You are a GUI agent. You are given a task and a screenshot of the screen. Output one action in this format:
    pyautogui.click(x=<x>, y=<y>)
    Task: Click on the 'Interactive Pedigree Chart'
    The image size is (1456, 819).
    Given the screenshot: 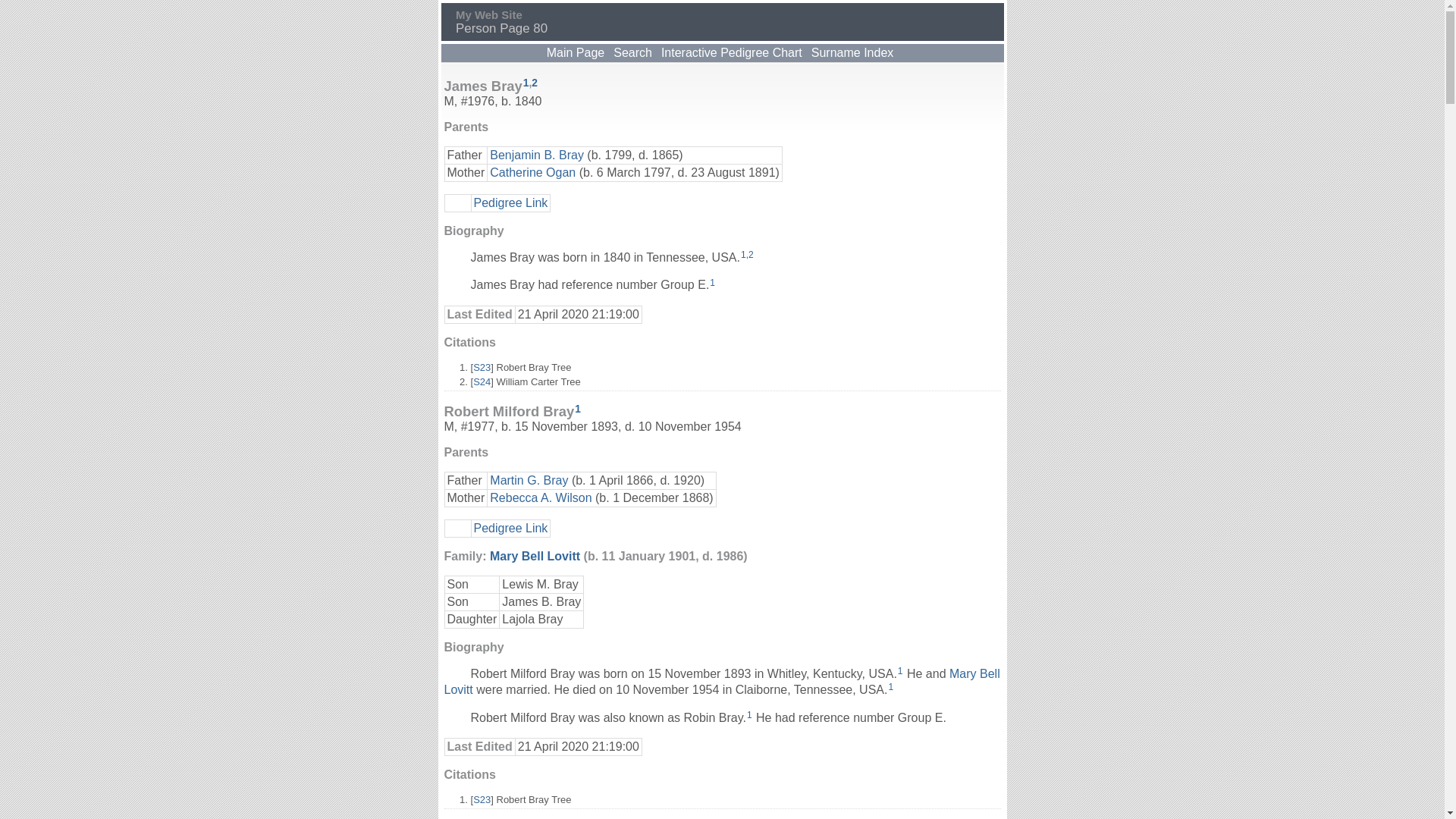 What is the action you would take?
    pyautogui.click(x=658, y=52)
    